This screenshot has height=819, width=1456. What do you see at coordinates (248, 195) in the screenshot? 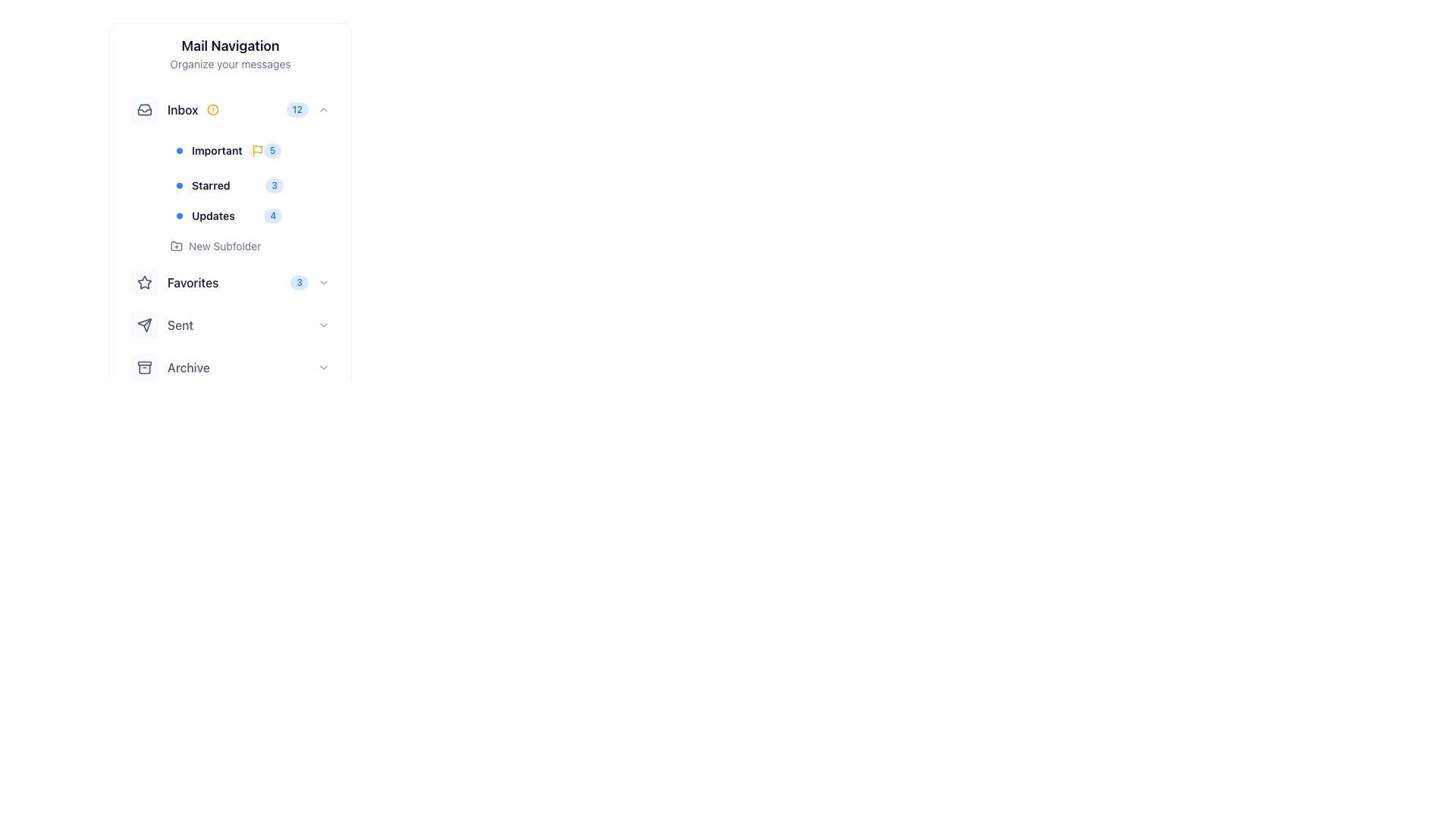
I see `the 'Starred' category button located as the second entry in the list under the 'Inbox' category` at bounding box center [248, 195].